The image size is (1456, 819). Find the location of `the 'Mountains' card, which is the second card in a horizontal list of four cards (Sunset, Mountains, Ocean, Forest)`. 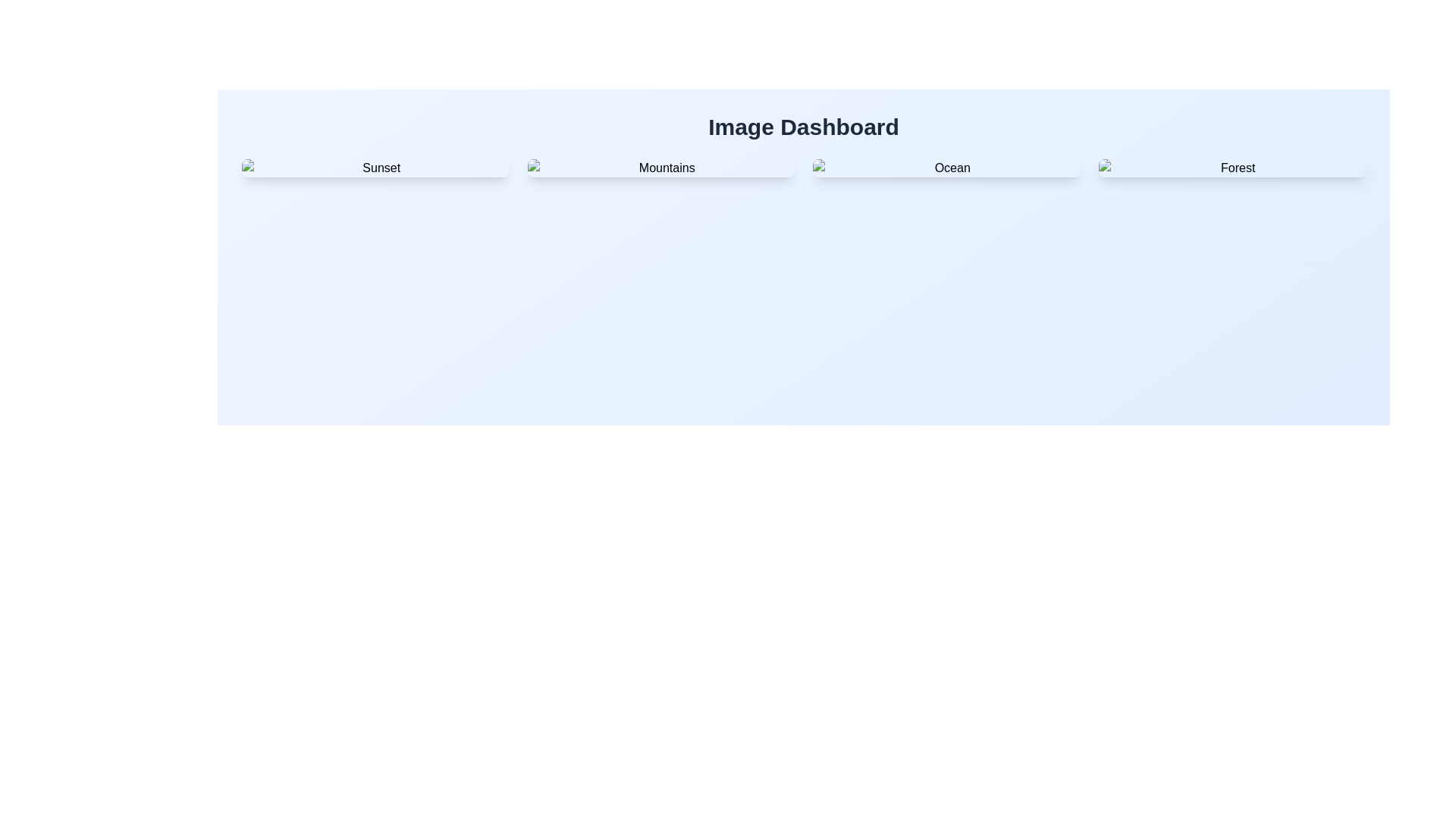

the 'Mountains' card, which is the second card in a horizontal list of four cards (Sunset, Mountains, Ocean, Forest) is located at coordinates (661, 168).